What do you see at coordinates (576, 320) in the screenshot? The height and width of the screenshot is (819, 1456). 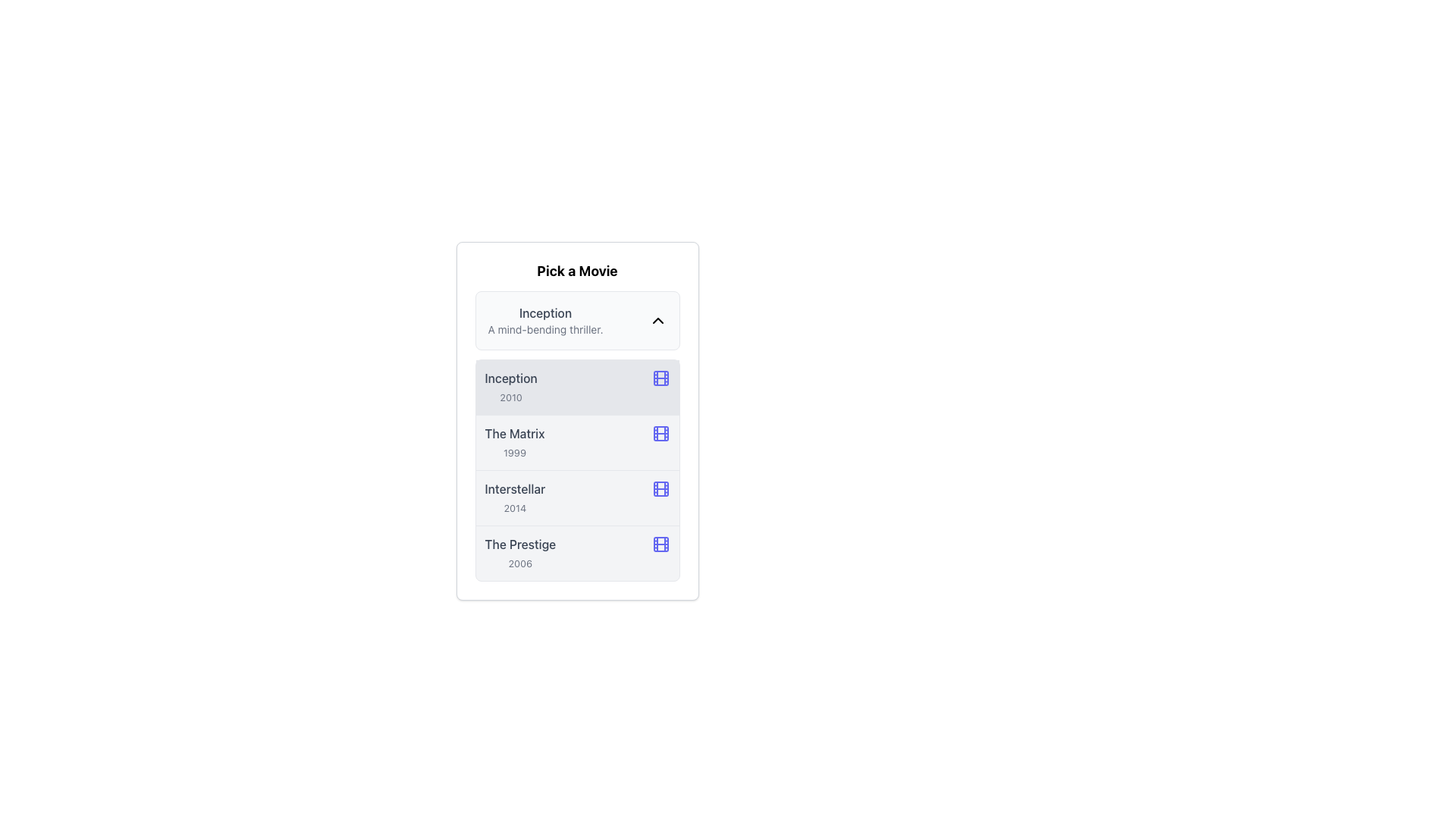 I see `the selectable button-like element titled 'Inception' which has a light gray background and a dropdown arrow` at bounding box center [576, 320].